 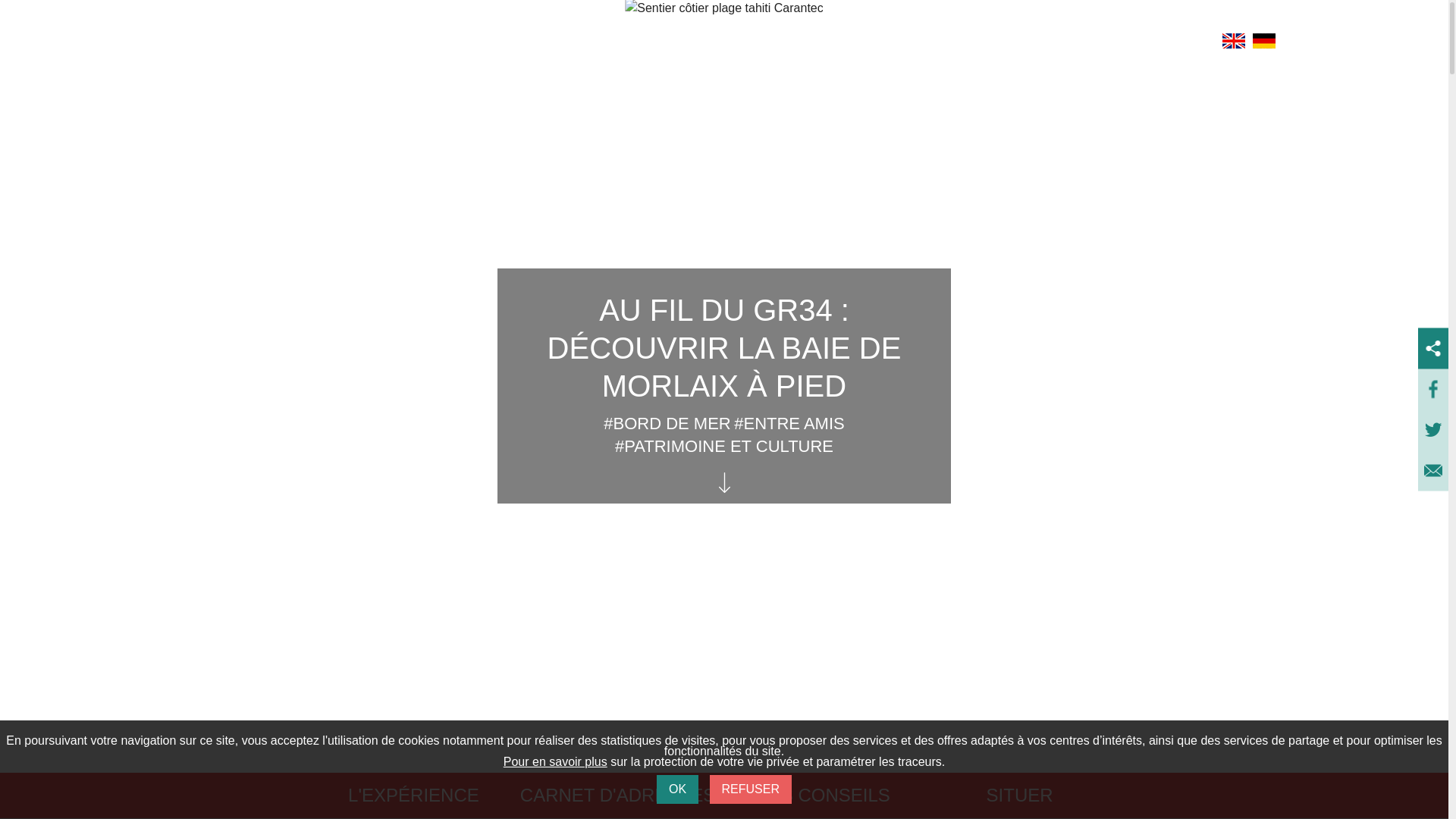 What do you see at coordinates (821, 795) in the screenshot?
I see `'NOS CONSEILS'` at bounding box center [821, 795].